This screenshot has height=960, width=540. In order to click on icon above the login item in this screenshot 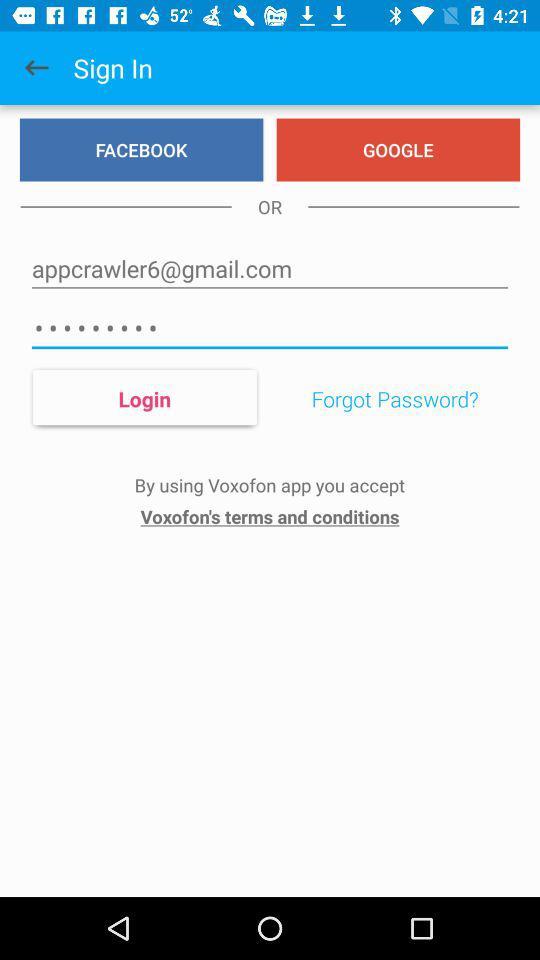, I will do `click(270, 328)`.